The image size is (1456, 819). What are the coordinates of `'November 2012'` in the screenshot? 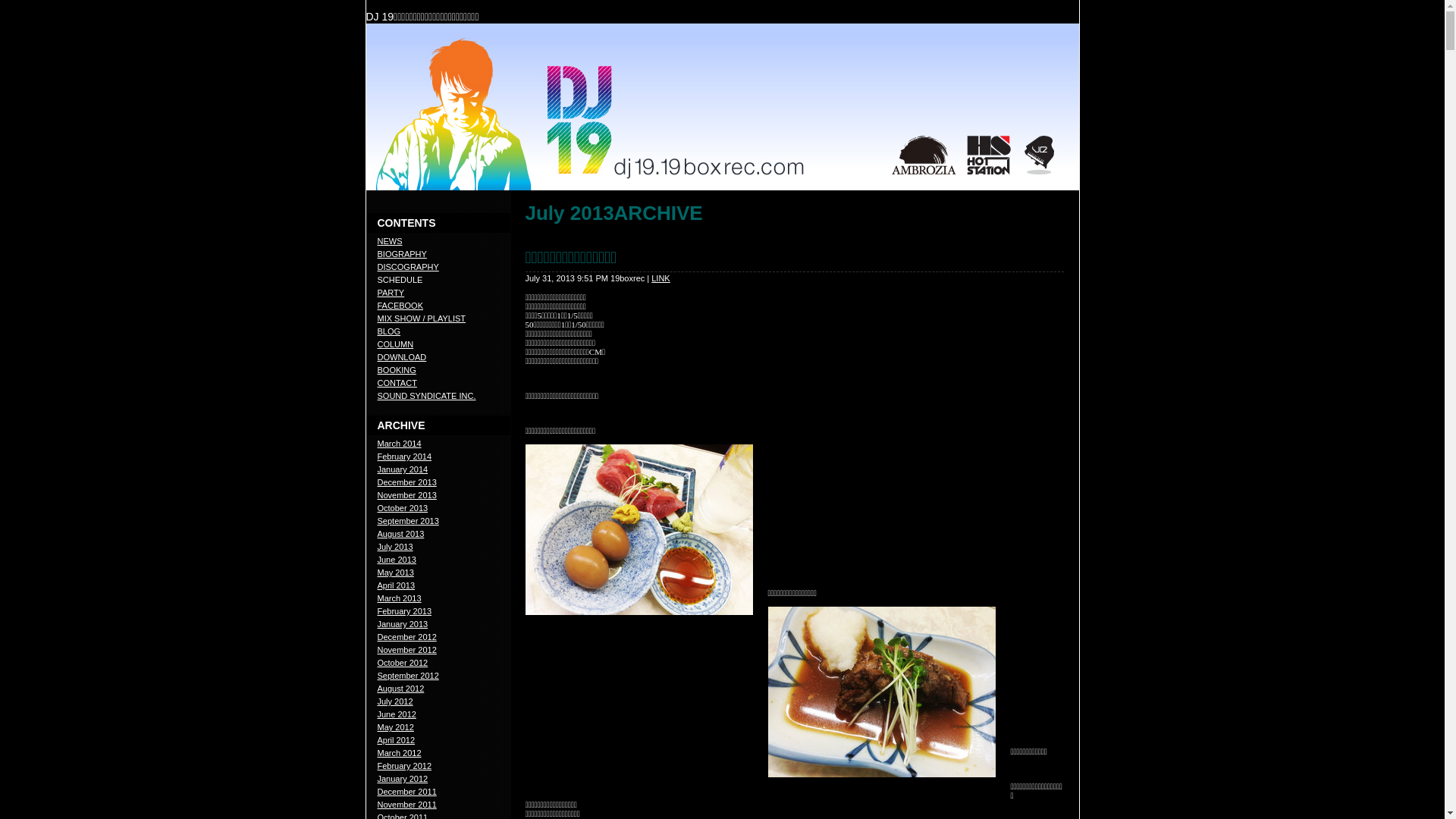 It's located at (407, 648).